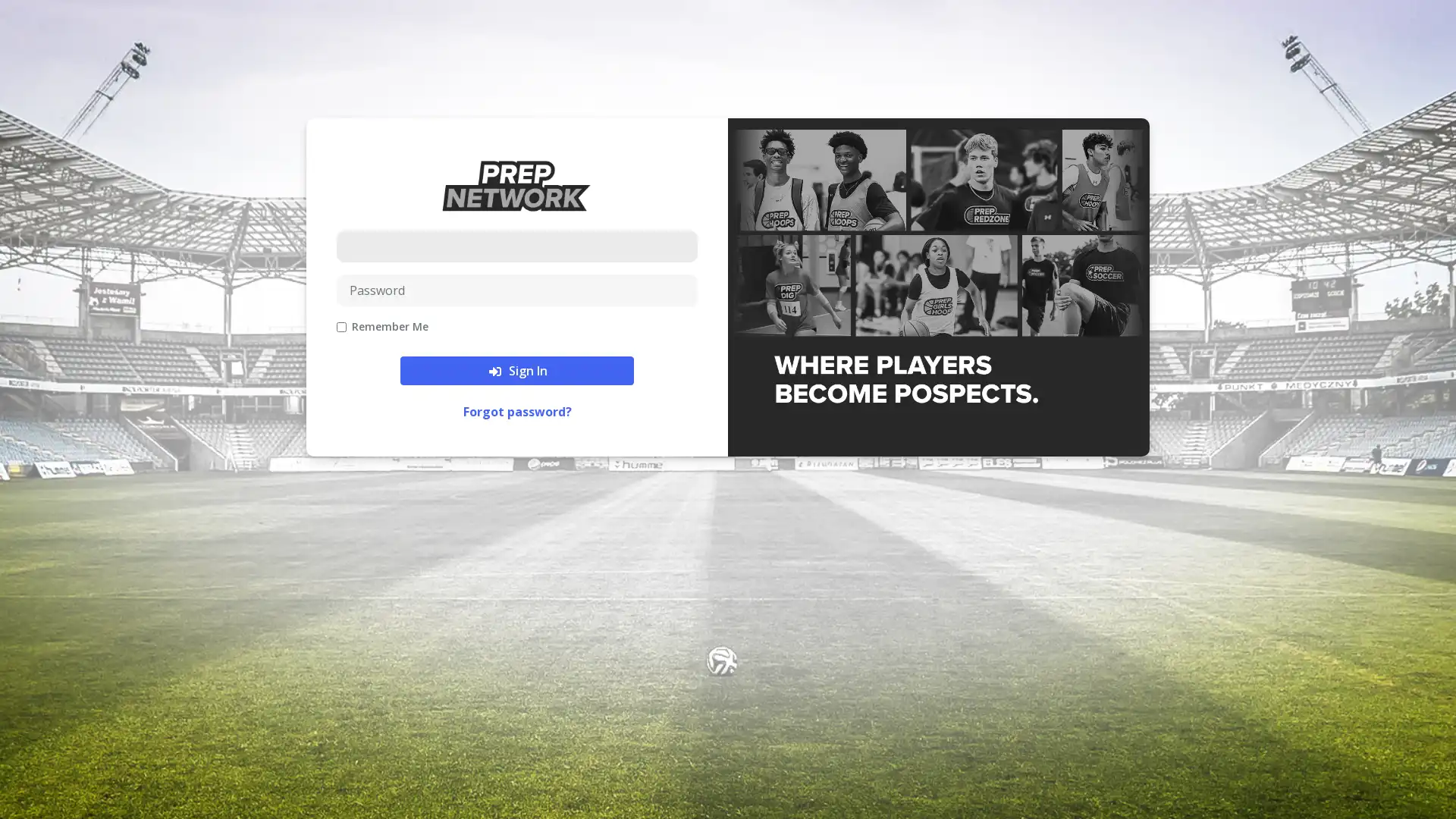  What do you see at coordinates (516, 370) in the screenshot?
I see `Sign In` at bounding box center [516, 370].